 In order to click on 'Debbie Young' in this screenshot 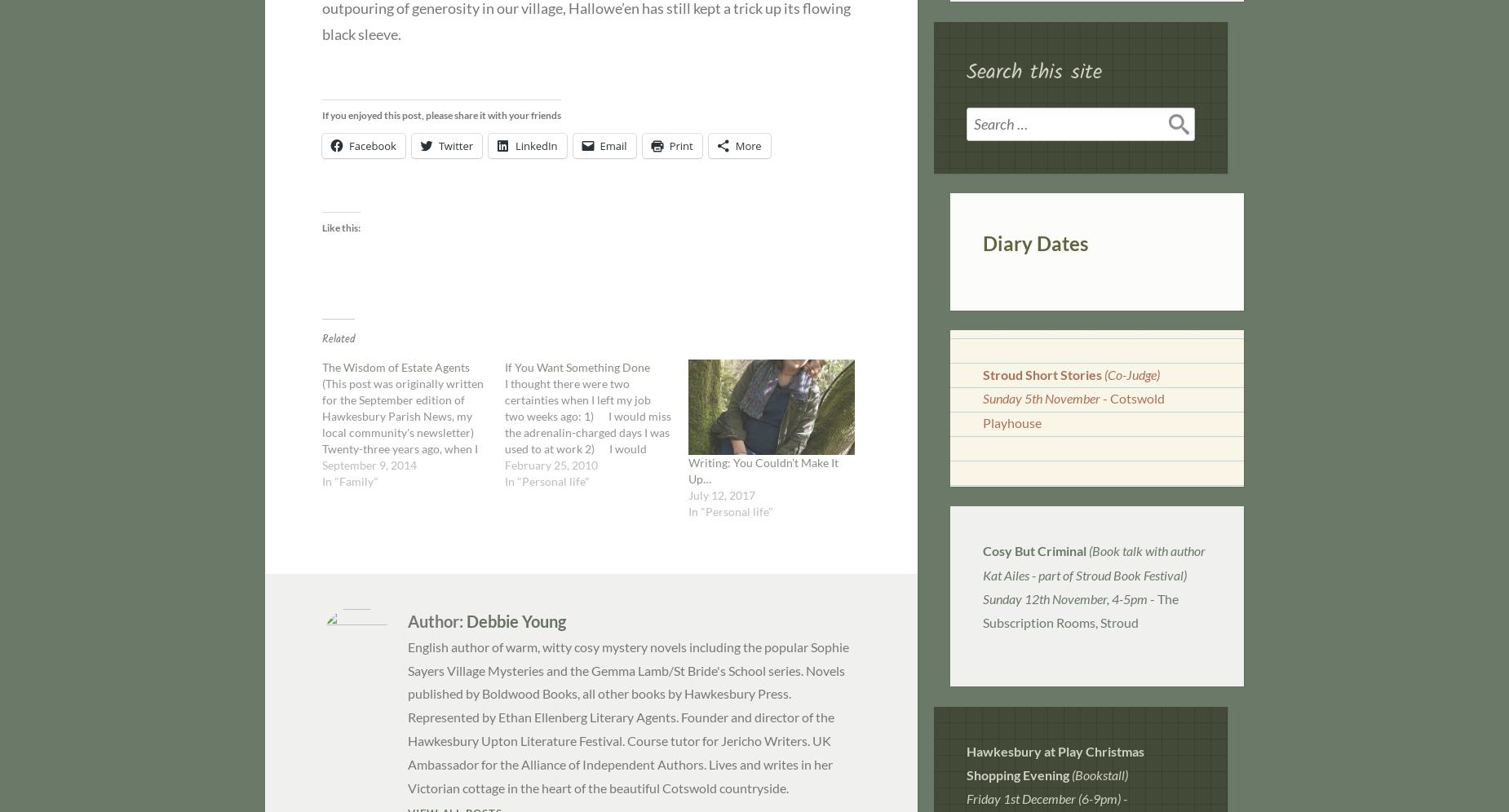, I will do `click(516, 620)`.